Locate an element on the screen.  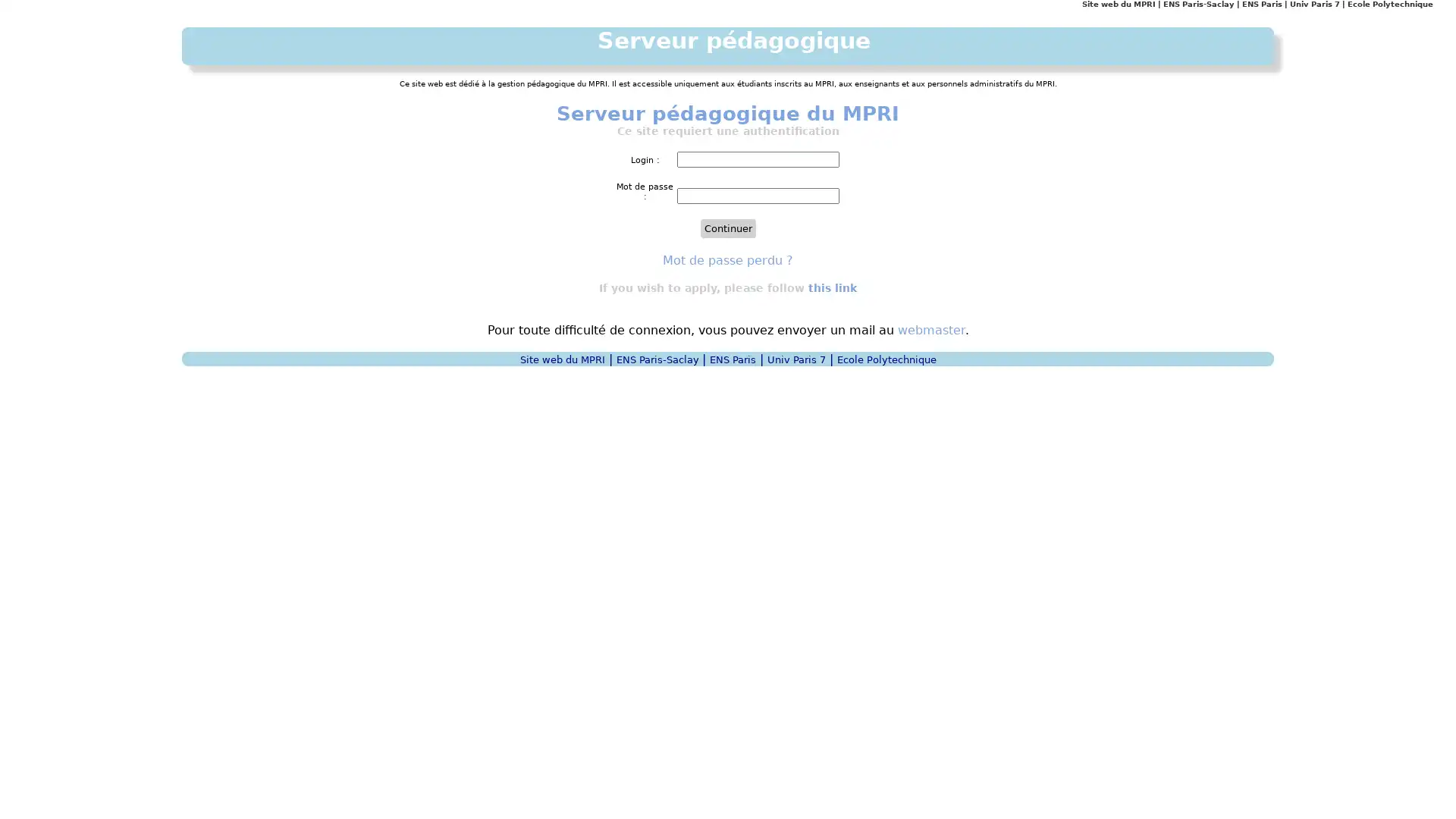
Continuer is located at coordinates (726, 227).